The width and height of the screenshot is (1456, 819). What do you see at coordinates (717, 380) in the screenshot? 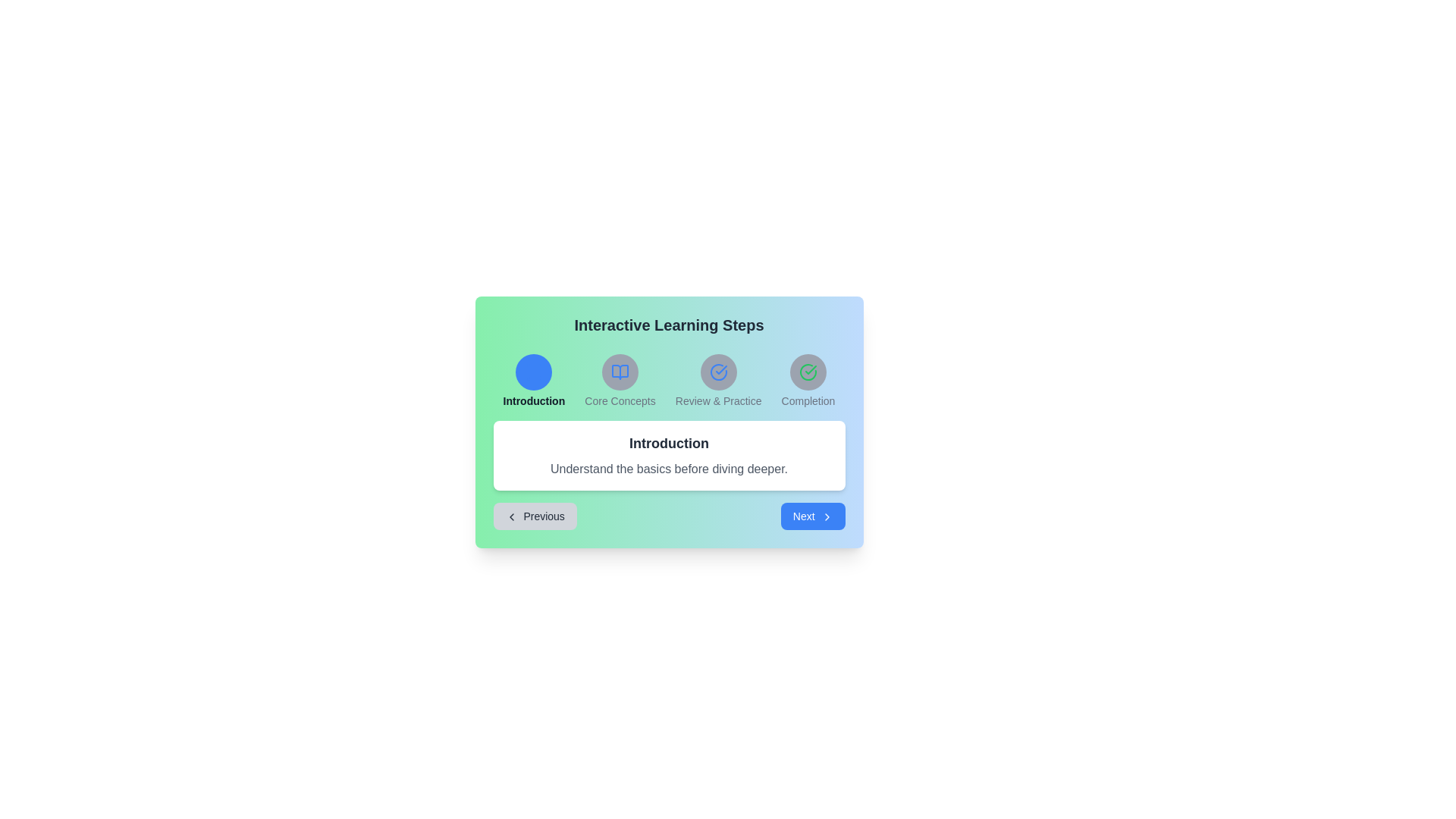
I see `the circular icon with a blue checkmark and the label 'Review & Practice' located in the center of the interface, which is the third item in a group of four` at bounding box center [717, 380].